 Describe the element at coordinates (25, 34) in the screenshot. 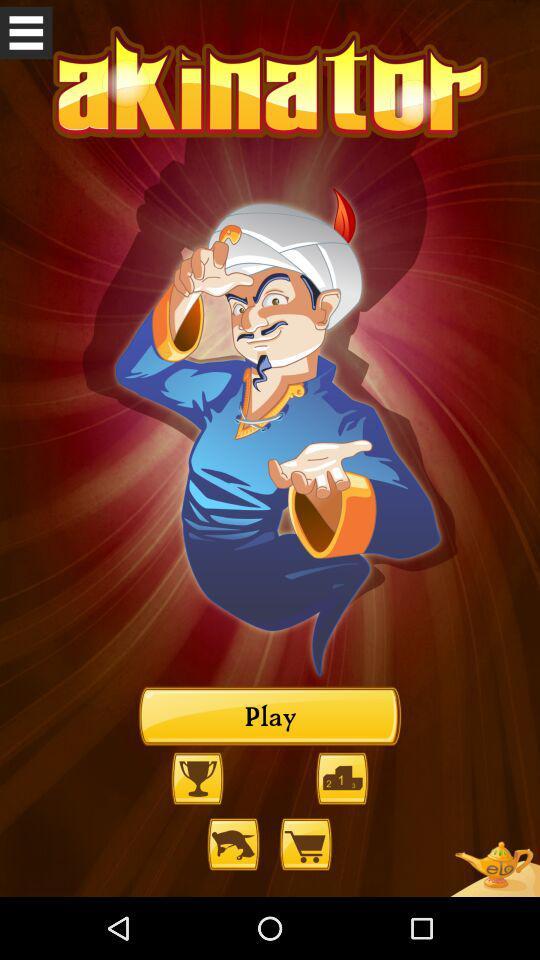

I see `the menu icon` at that location.